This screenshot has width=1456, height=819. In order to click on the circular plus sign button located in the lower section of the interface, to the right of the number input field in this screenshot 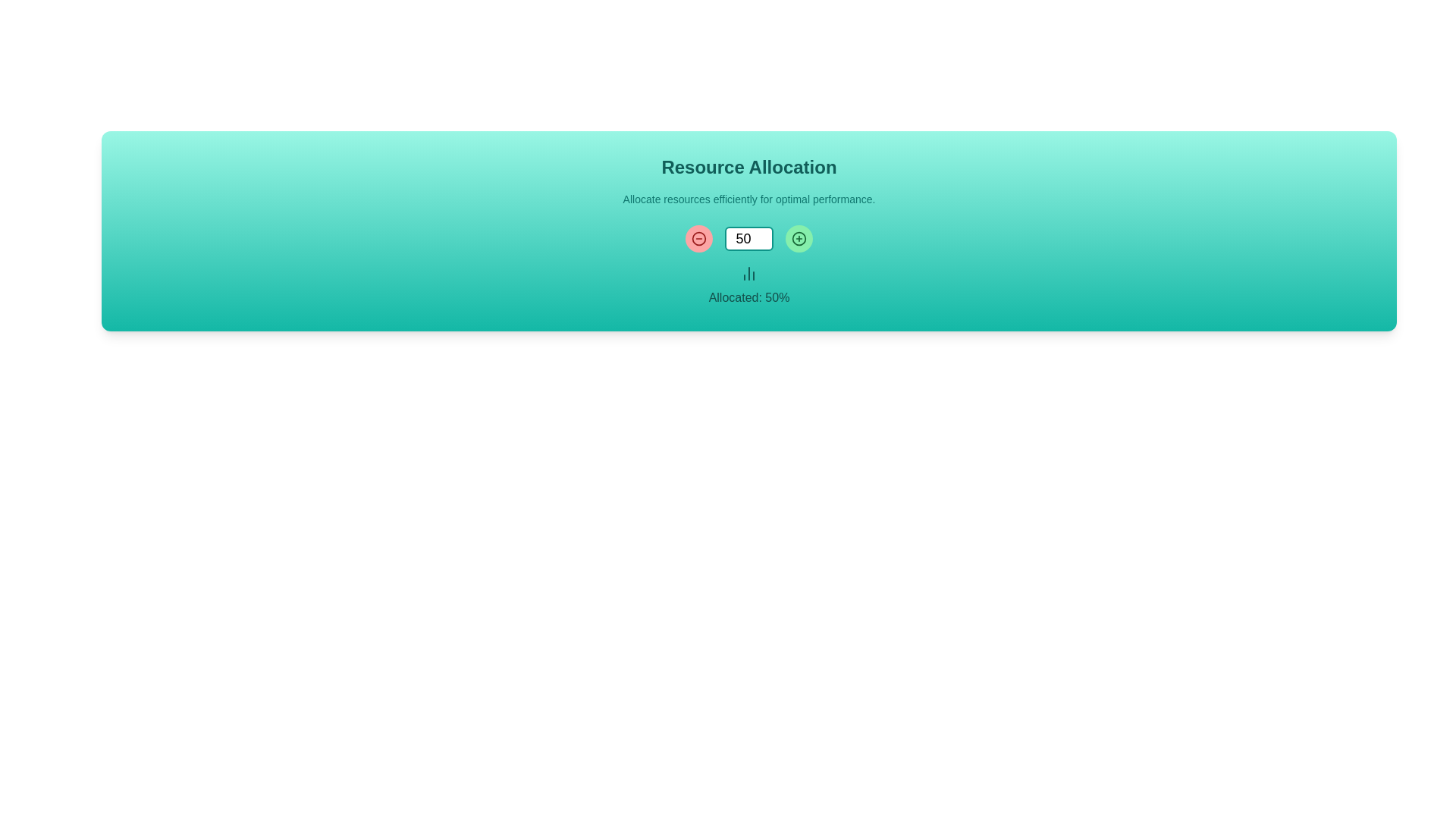, I will do `click(799, 239)`.